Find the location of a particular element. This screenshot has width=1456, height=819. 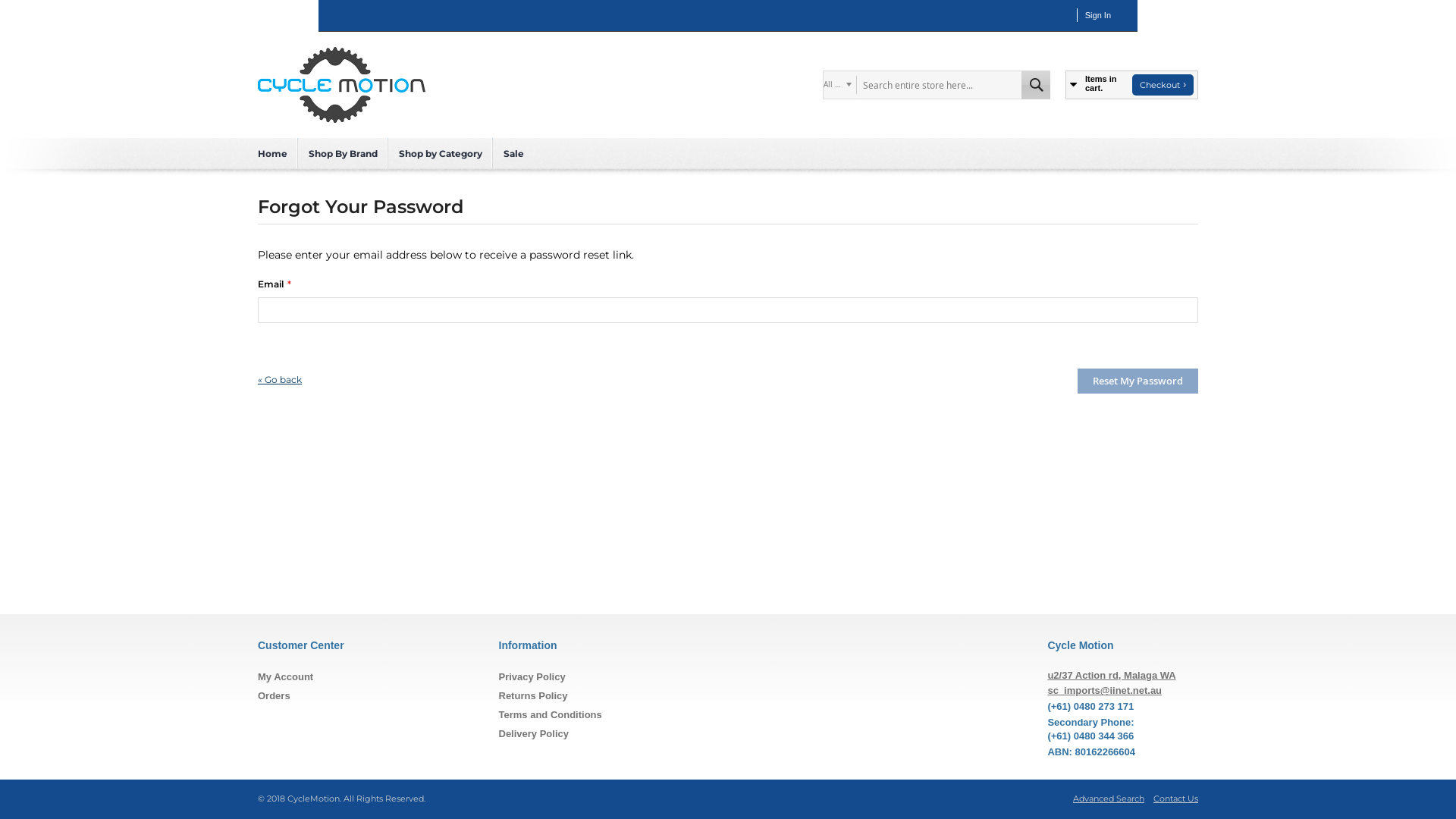

'Terms and Conditions' is located at coordinates (549, 714).